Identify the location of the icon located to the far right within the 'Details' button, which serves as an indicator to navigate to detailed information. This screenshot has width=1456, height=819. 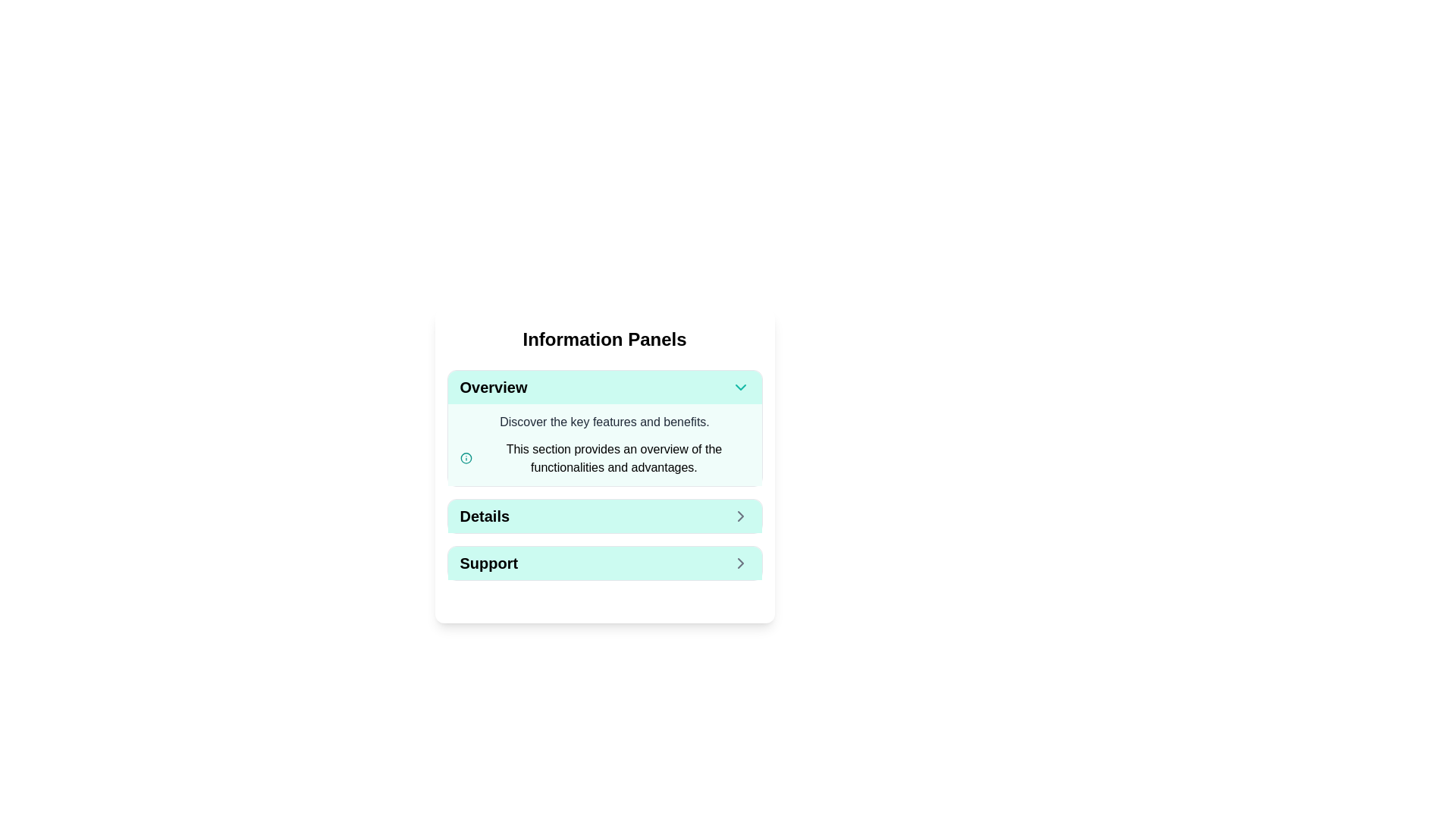
(740, 516).